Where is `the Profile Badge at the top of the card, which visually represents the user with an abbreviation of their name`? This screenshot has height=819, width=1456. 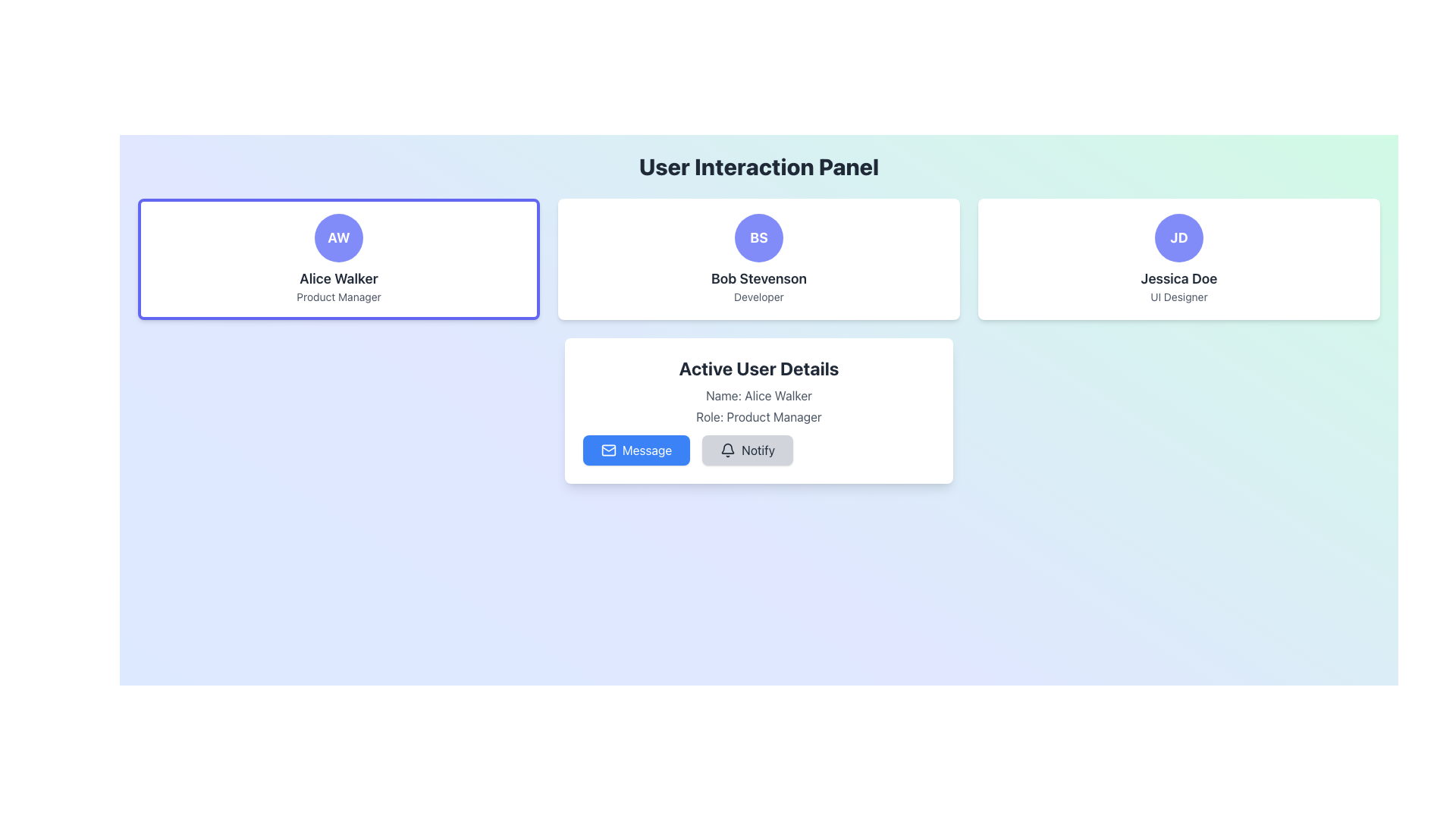
the Profile Badge at the top of the card, which visually represents the user with an abbreviation of their name is located at coordinates (759, 237).